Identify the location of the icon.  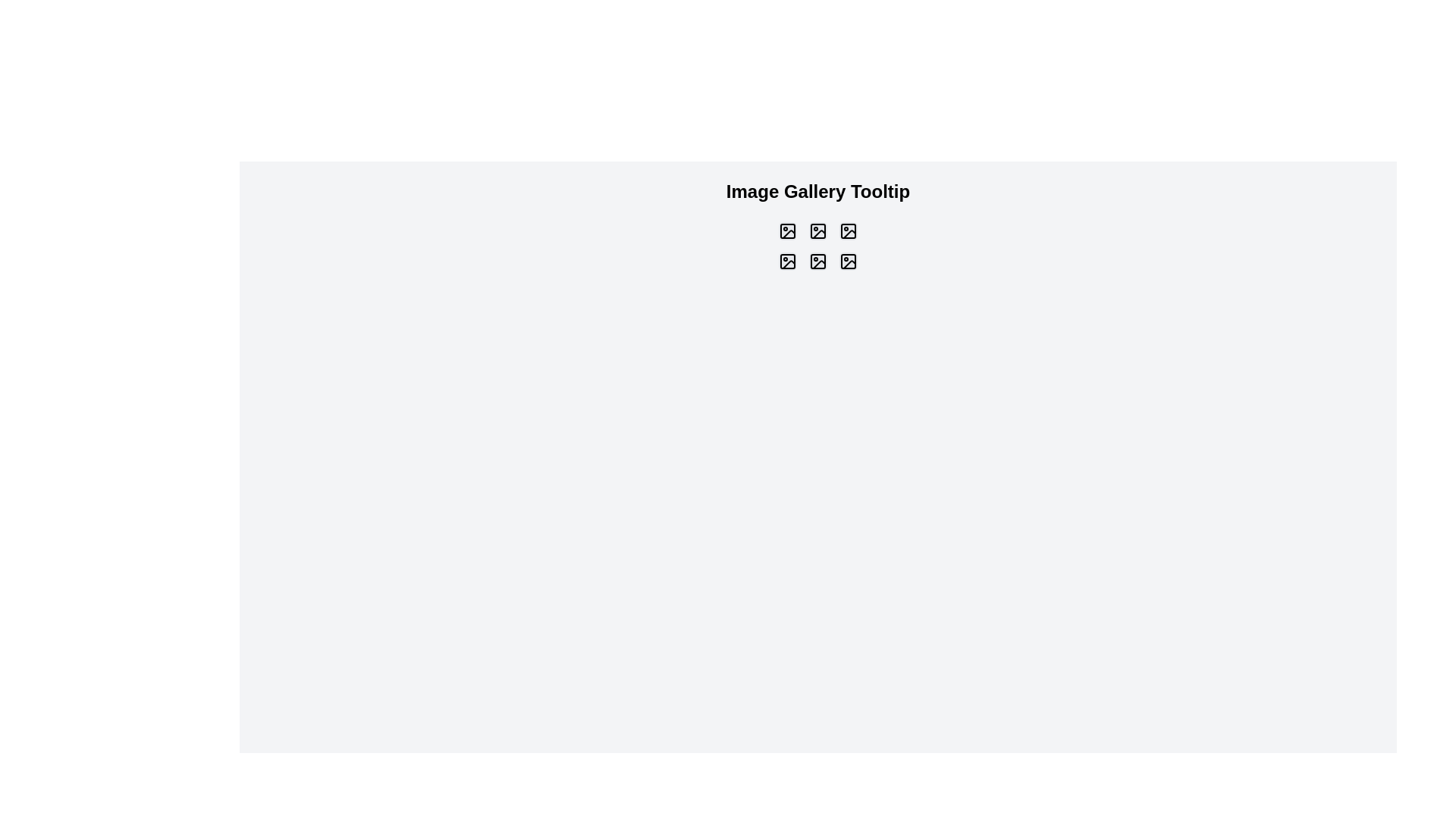
(787, 231).